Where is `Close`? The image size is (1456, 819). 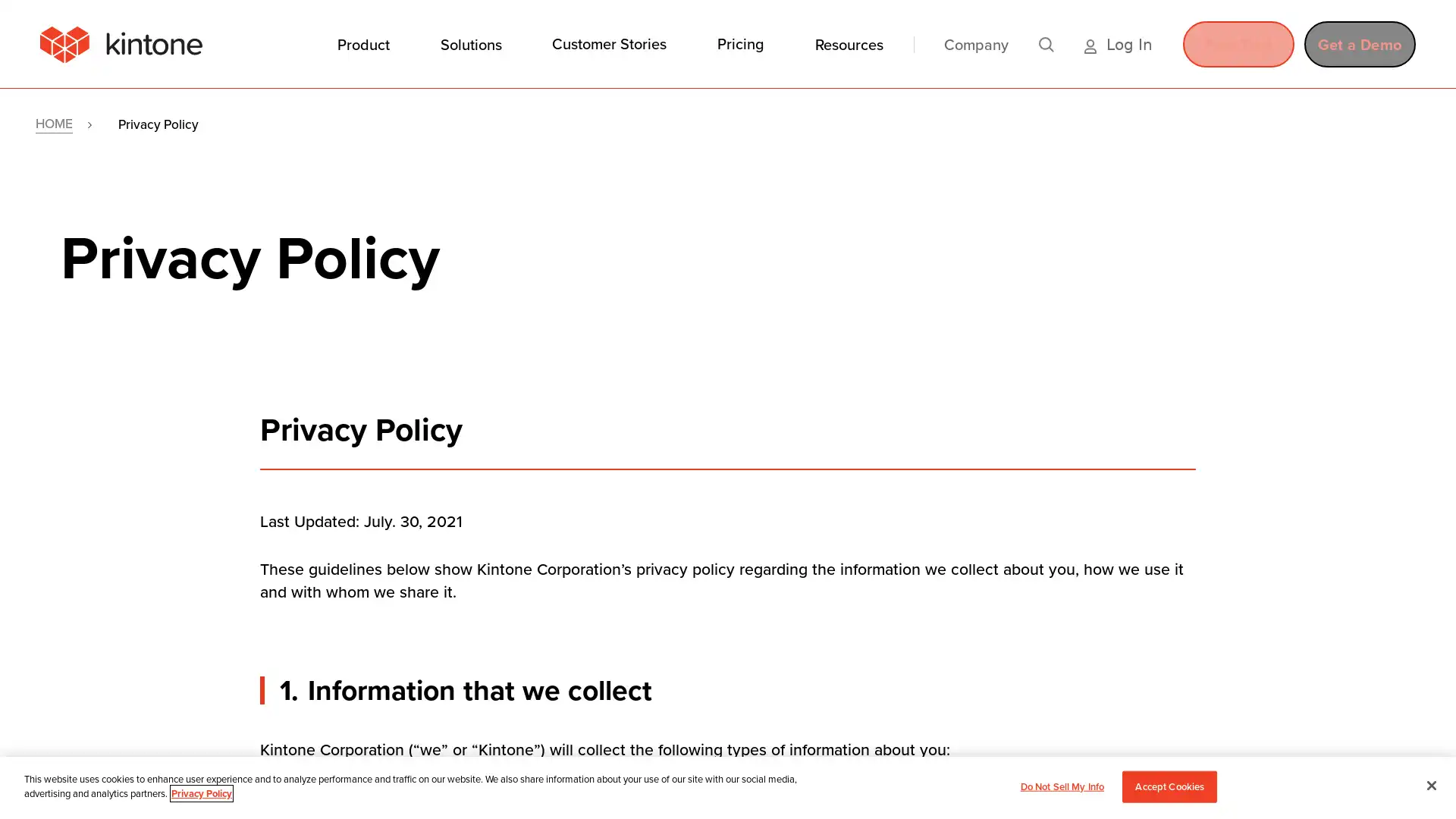 Close is located at coordinates (1430, 784).